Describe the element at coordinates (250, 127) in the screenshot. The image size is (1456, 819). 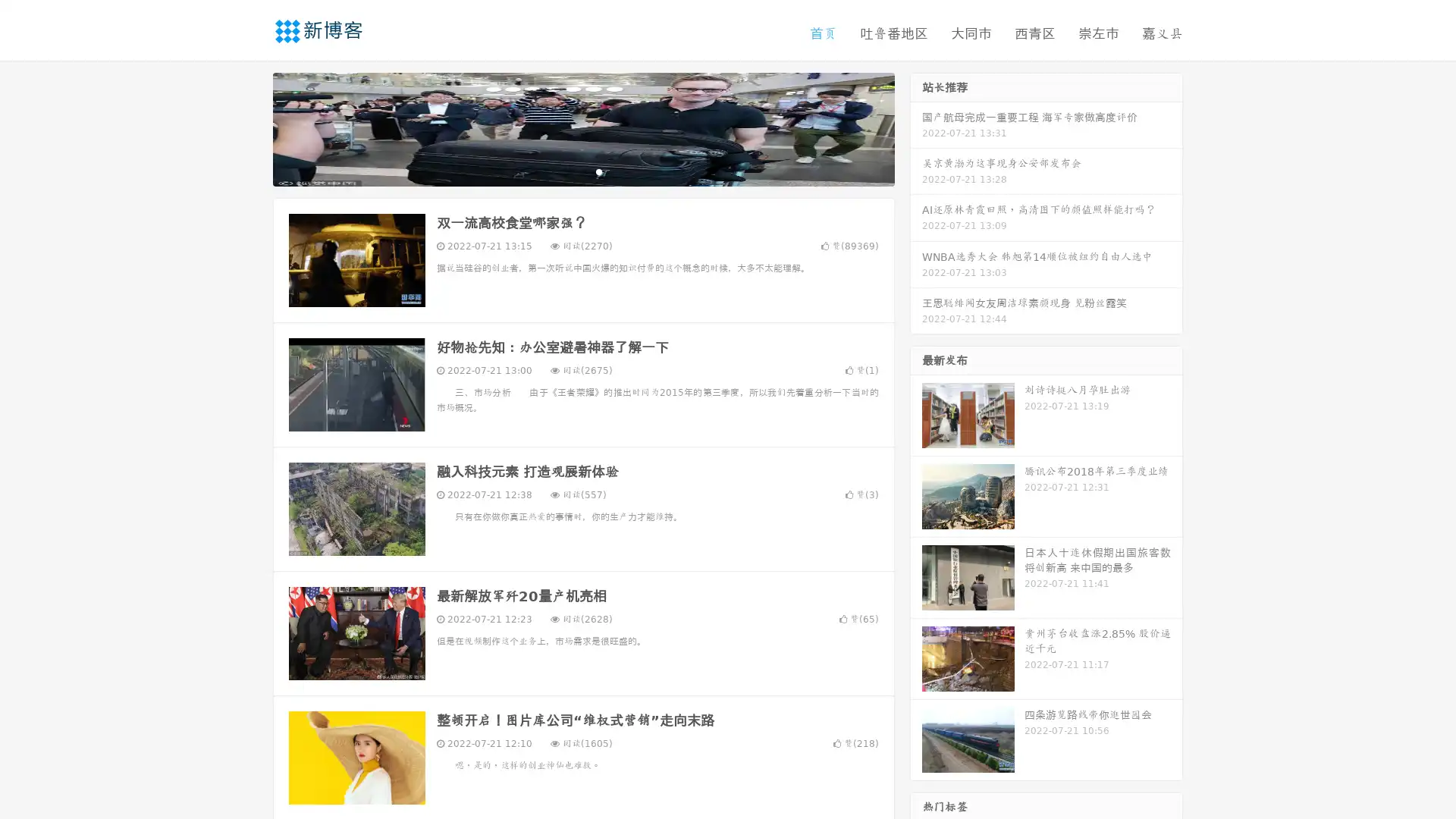
I see `Previous slide` at that location.